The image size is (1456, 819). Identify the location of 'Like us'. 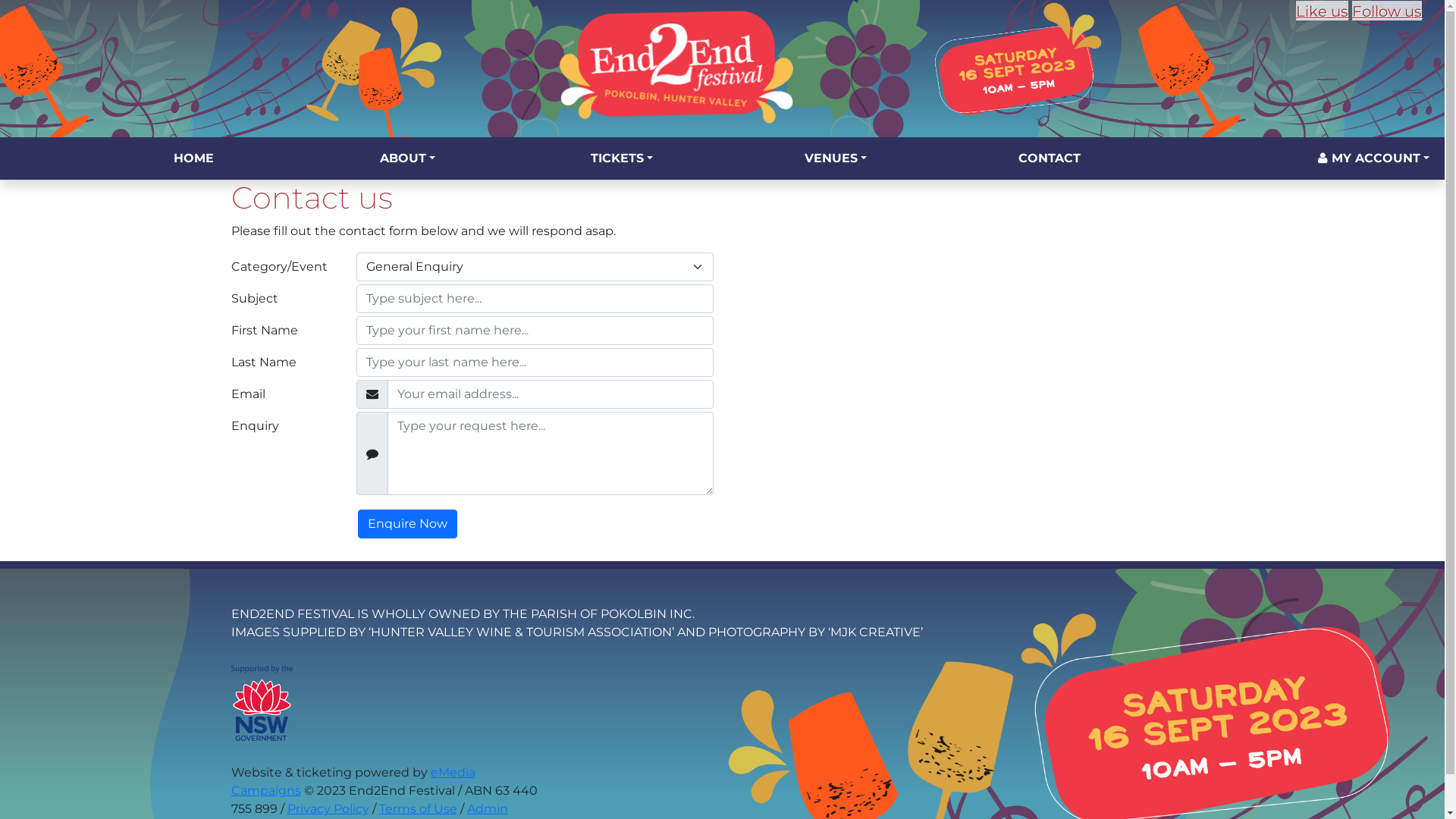
(1321, 11).